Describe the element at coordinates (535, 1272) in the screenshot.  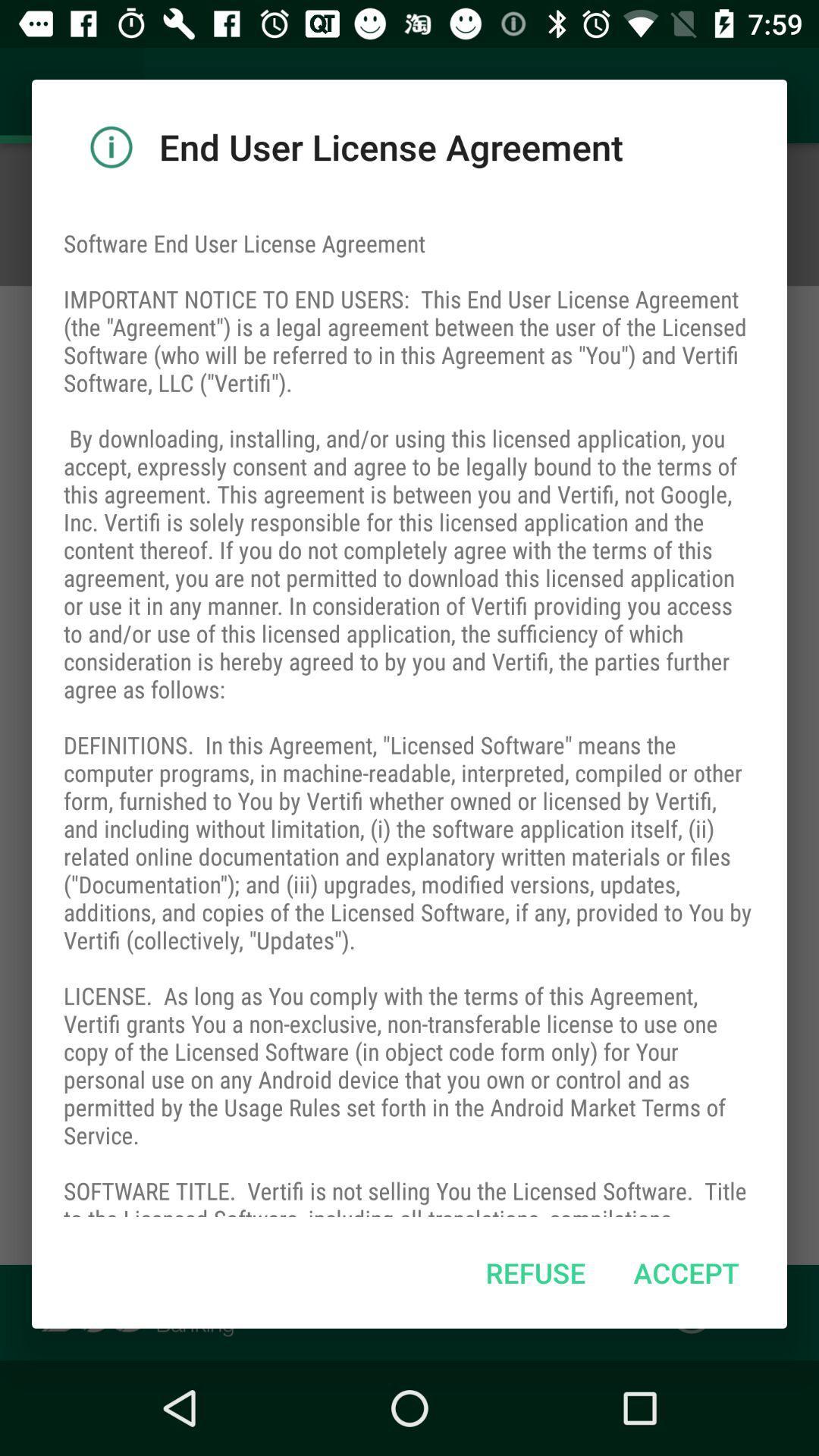
I see `the refuse at the bottom` at that location.